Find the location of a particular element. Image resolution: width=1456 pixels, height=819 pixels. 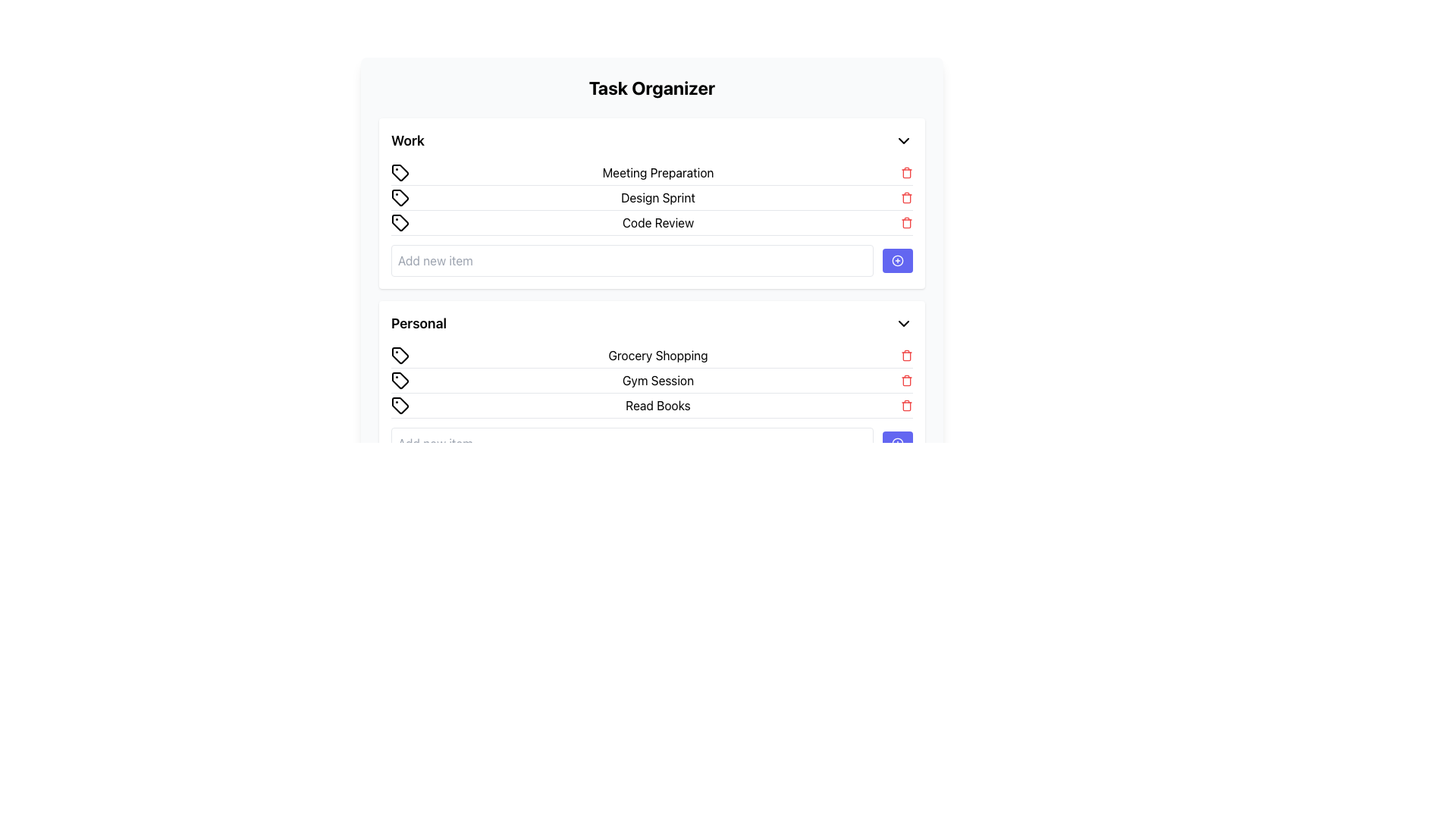

the first list item in the 'Work' section, which represents the task 'Meeting Preparation' is located at coordinates (651, 172).